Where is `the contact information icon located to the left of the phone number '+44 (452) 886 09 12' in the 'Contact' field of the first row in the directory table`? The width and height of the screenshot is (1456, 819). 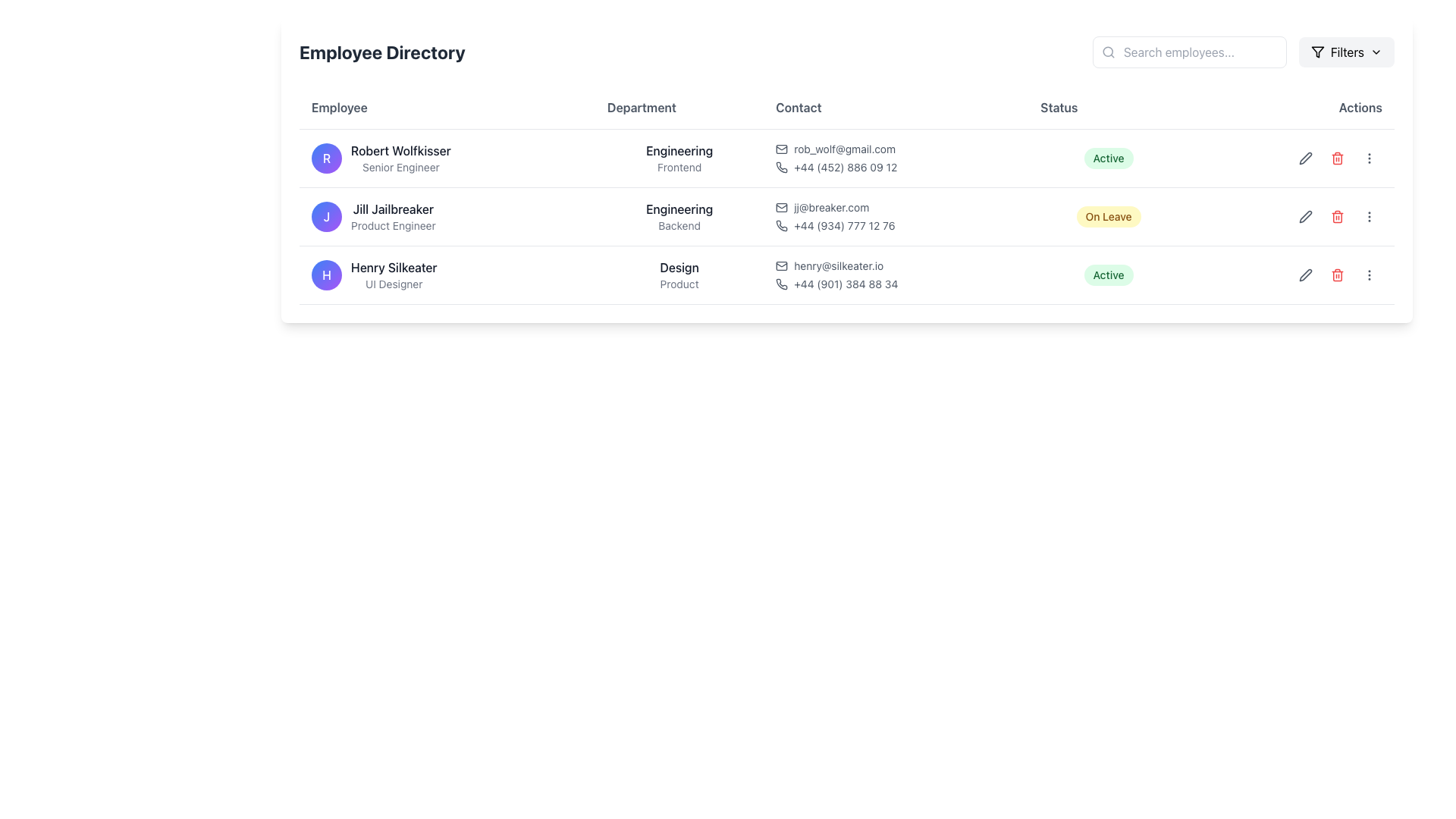
the contact information icon located to the left of the phone number '+44 (452) 886 09 12' in the 'Contact' field of the first row in the directory table is located at coordinates (782, 167).